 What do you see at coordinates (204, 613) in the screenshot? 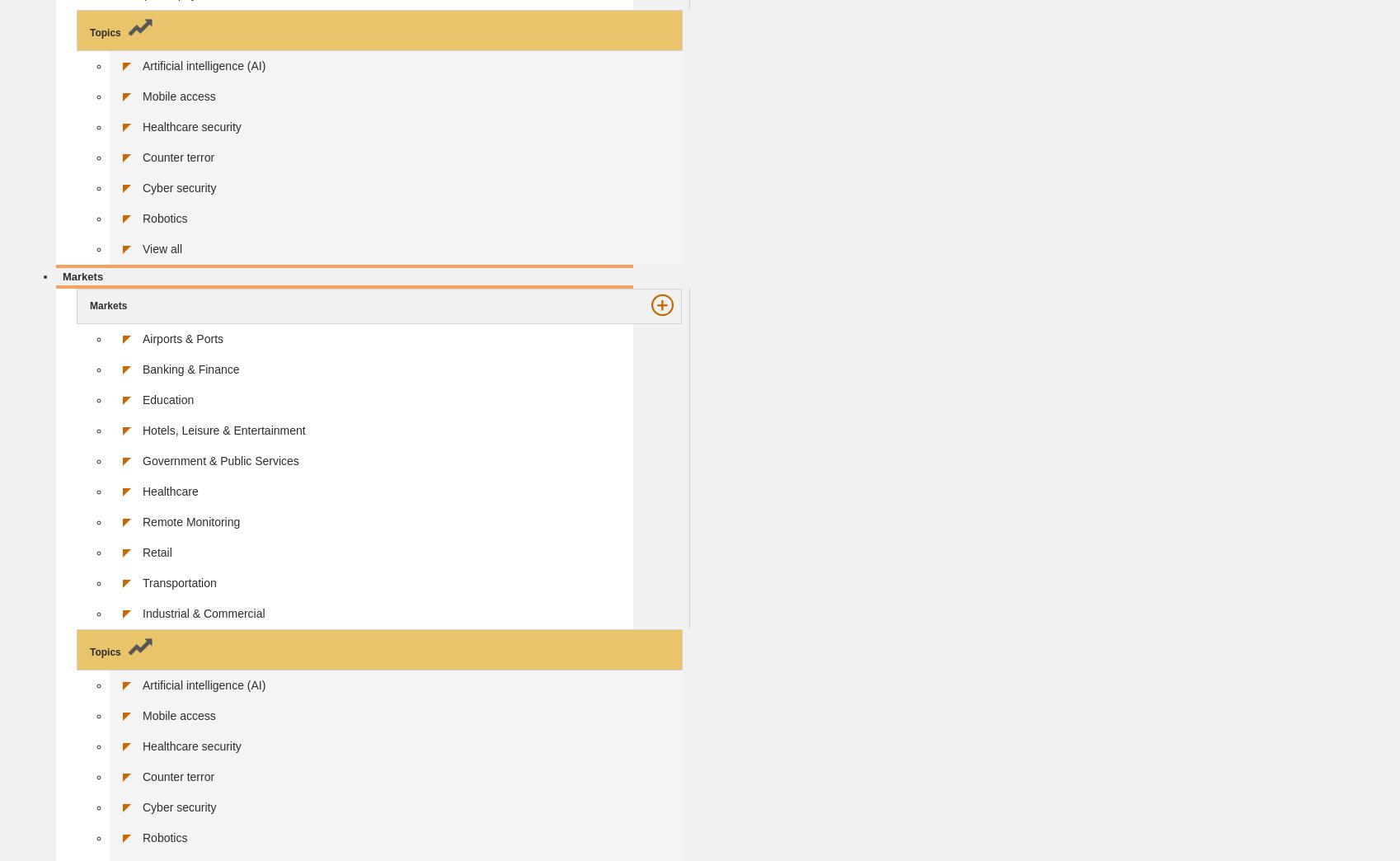
I see `'Industrial & Commercial'` at bounding box center [204, 613].